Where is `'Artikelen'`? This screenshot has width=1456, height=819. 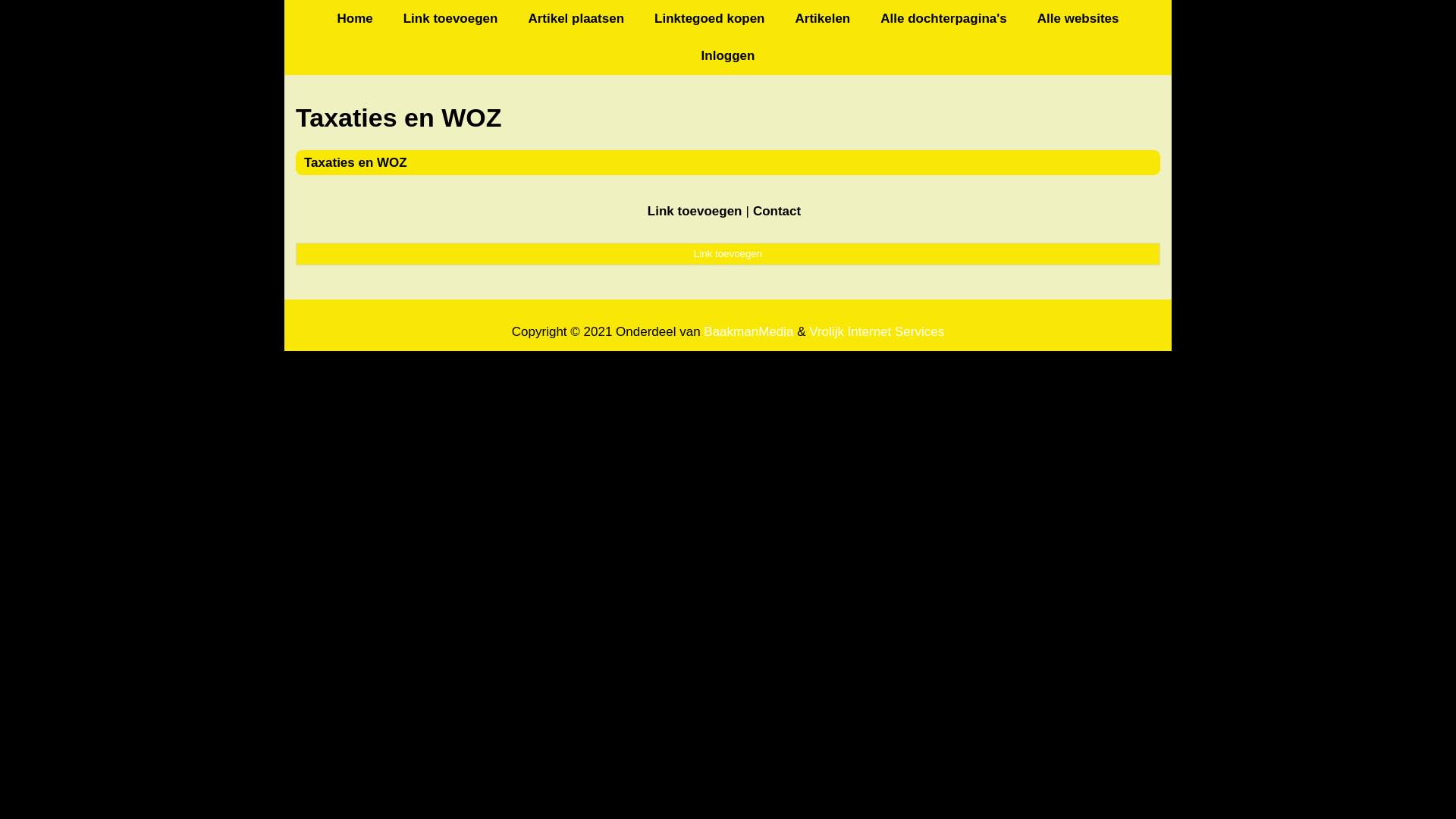
'Artikelen' is located at coordinates (821, 18).